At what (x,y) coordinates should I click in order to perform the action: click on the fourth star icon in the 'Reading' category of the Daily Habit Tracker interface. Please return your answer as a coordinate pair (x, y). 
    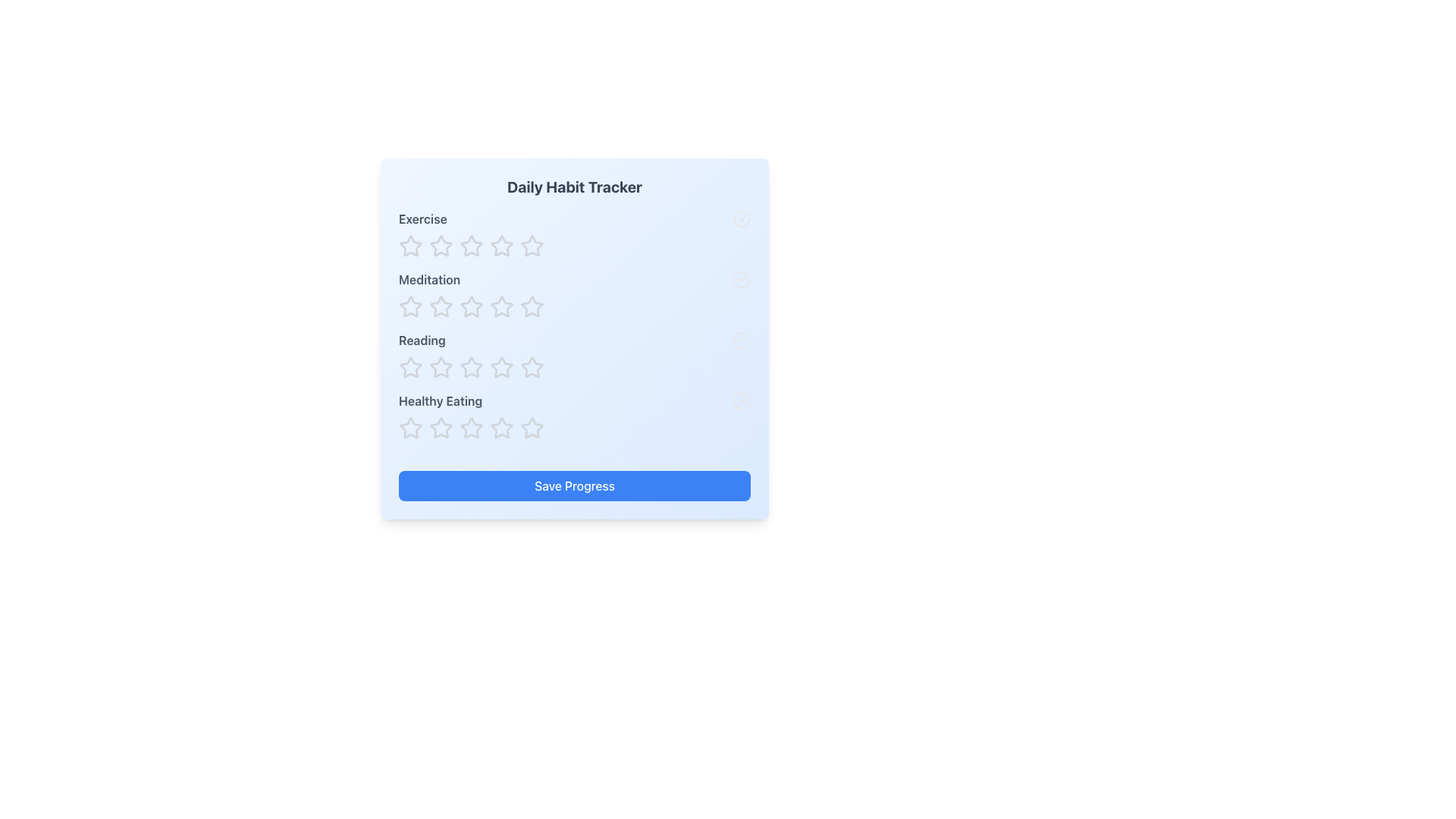
    Looking at the image, I should click on (532, 367).